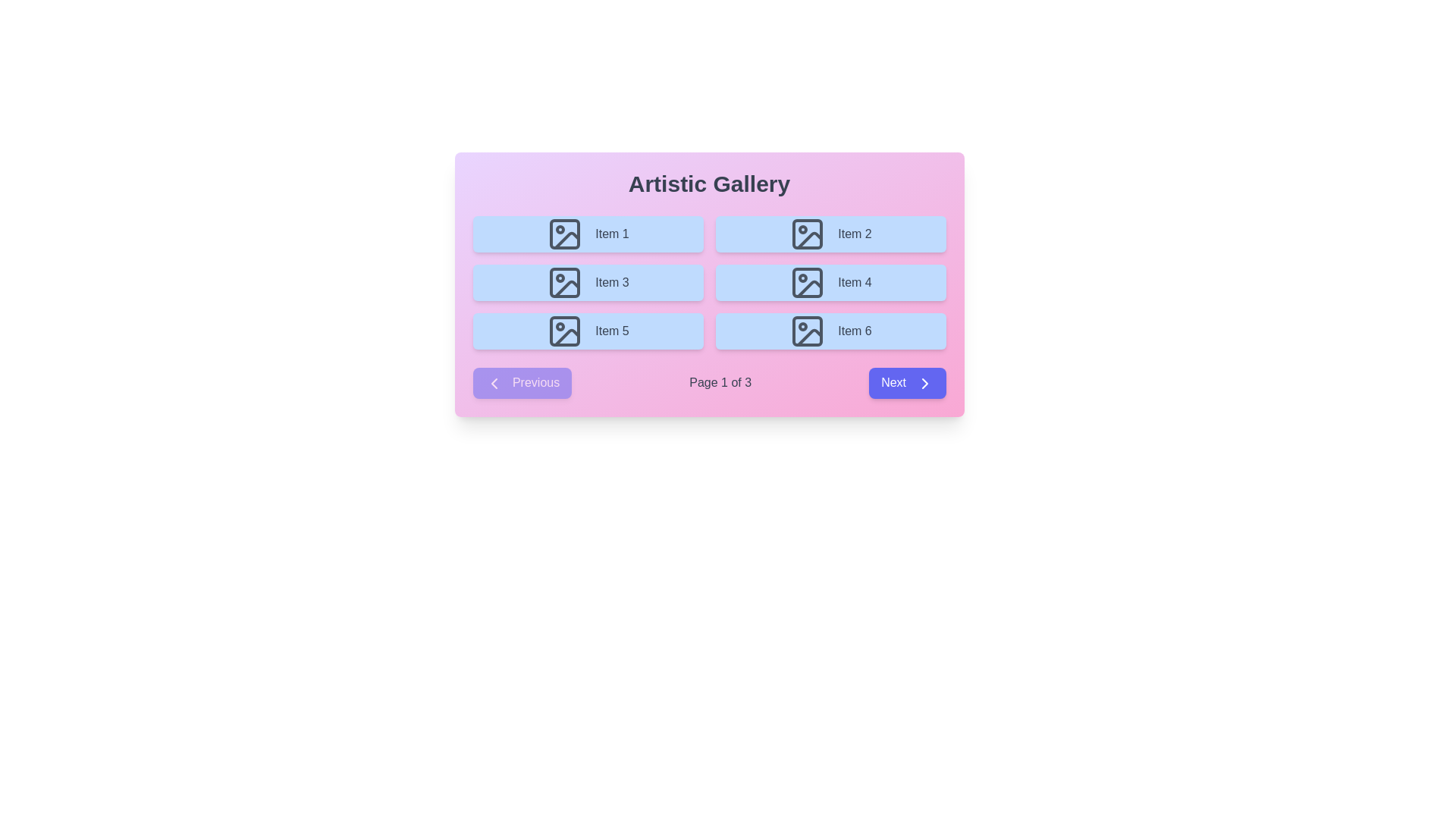  Describe the element at coordinates (587, 283) in the screenshot. I see `the rectangular card with a light blue background, rounded corners, and an image icon, labeled 'Item 3', located in the second row, first column of the grid layout` at that location.